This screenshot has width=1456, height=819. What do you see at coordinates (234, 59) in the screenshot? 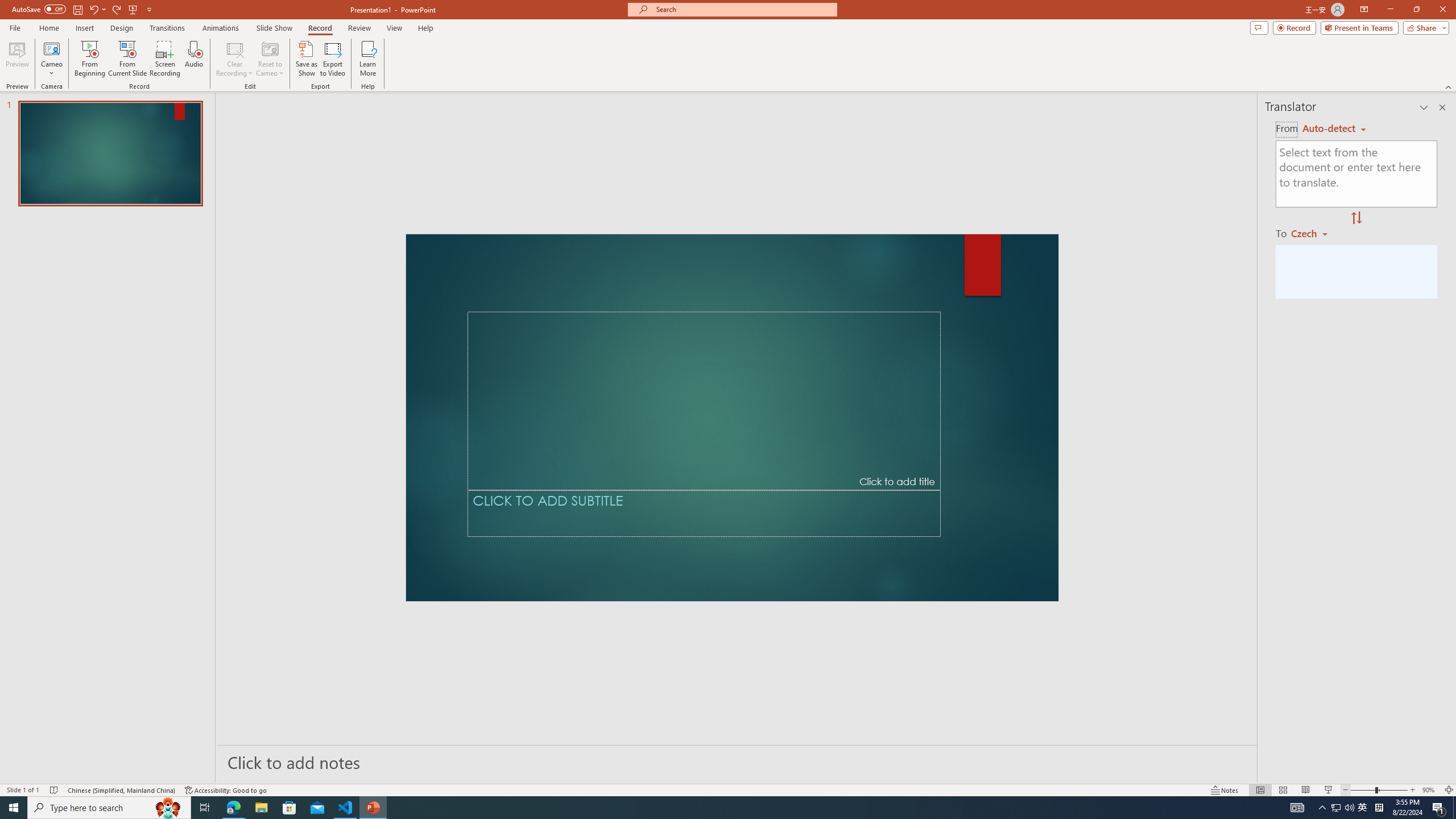
I see `'Clear Recording'` at bounding box center [234, 59].